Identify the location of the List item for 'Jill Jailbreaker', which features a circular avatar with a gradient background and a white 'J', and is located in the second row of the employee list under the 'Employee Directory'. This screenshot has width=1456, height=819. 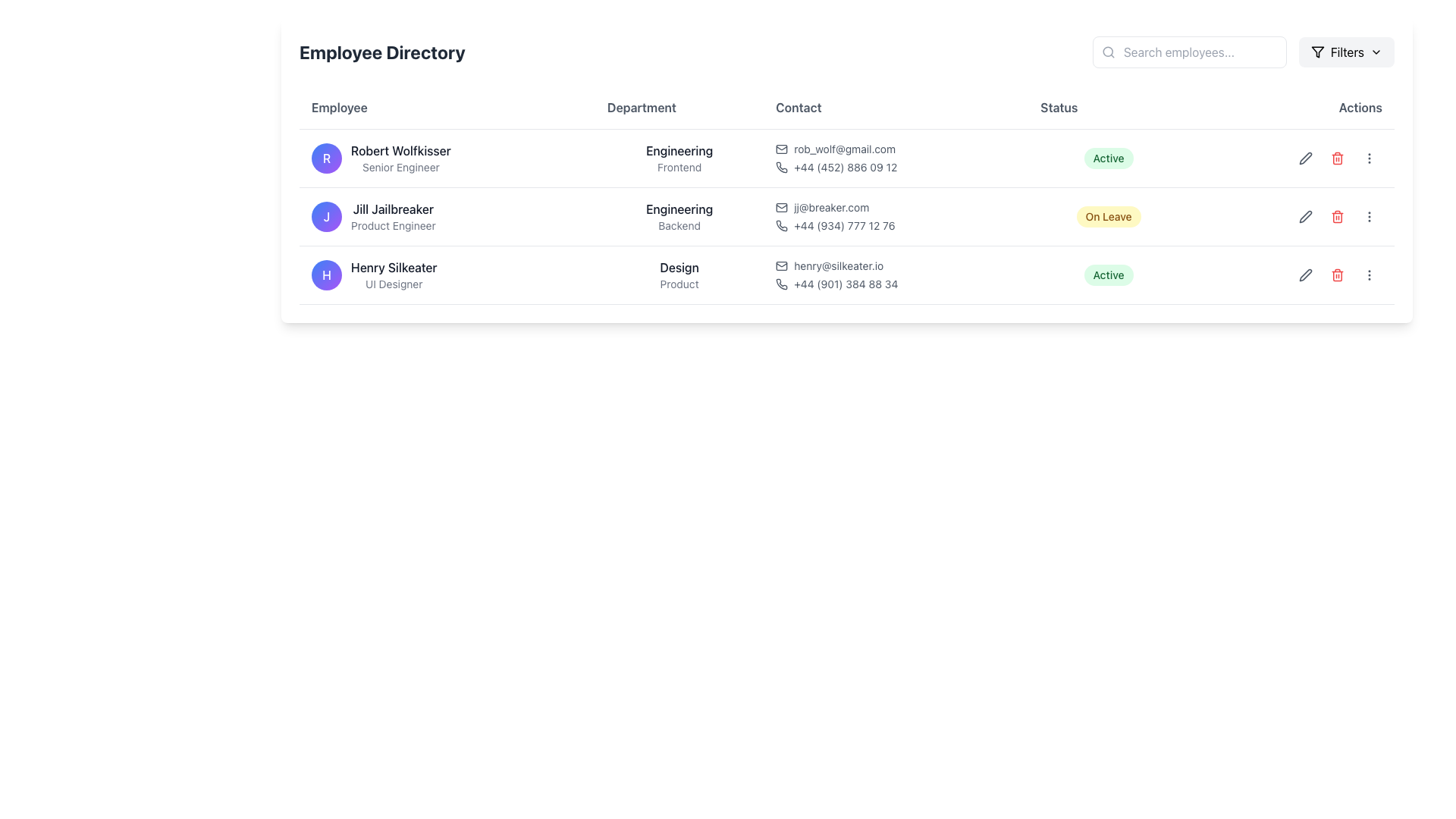
(447, 216).